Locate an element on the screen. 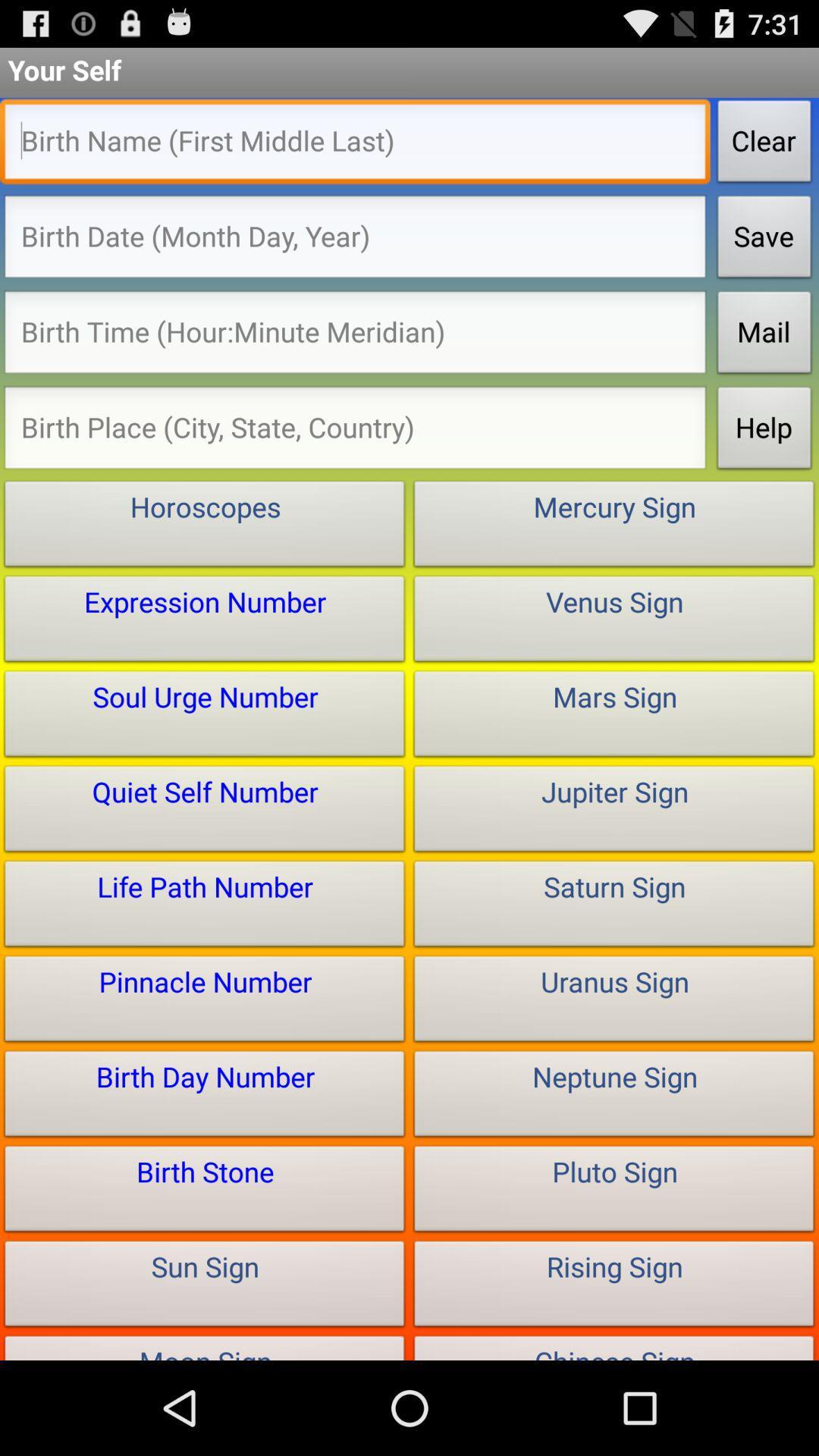  the box that reads the text mars sign is located at coordinates (614, 717).